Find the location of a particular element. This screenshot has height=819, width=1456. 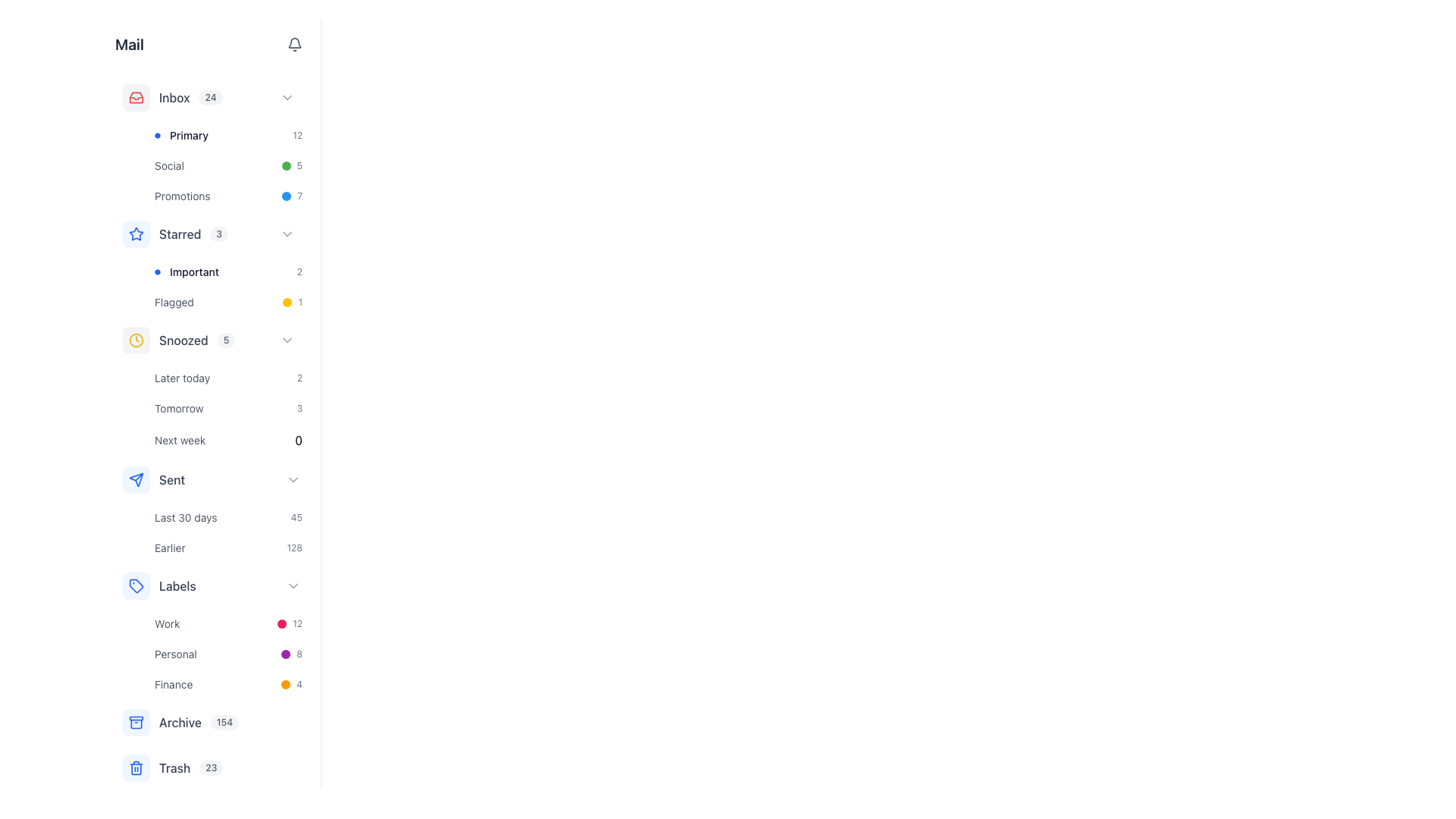

the first list item under the 'Snoozed' section is located at coordinates (227, 377).